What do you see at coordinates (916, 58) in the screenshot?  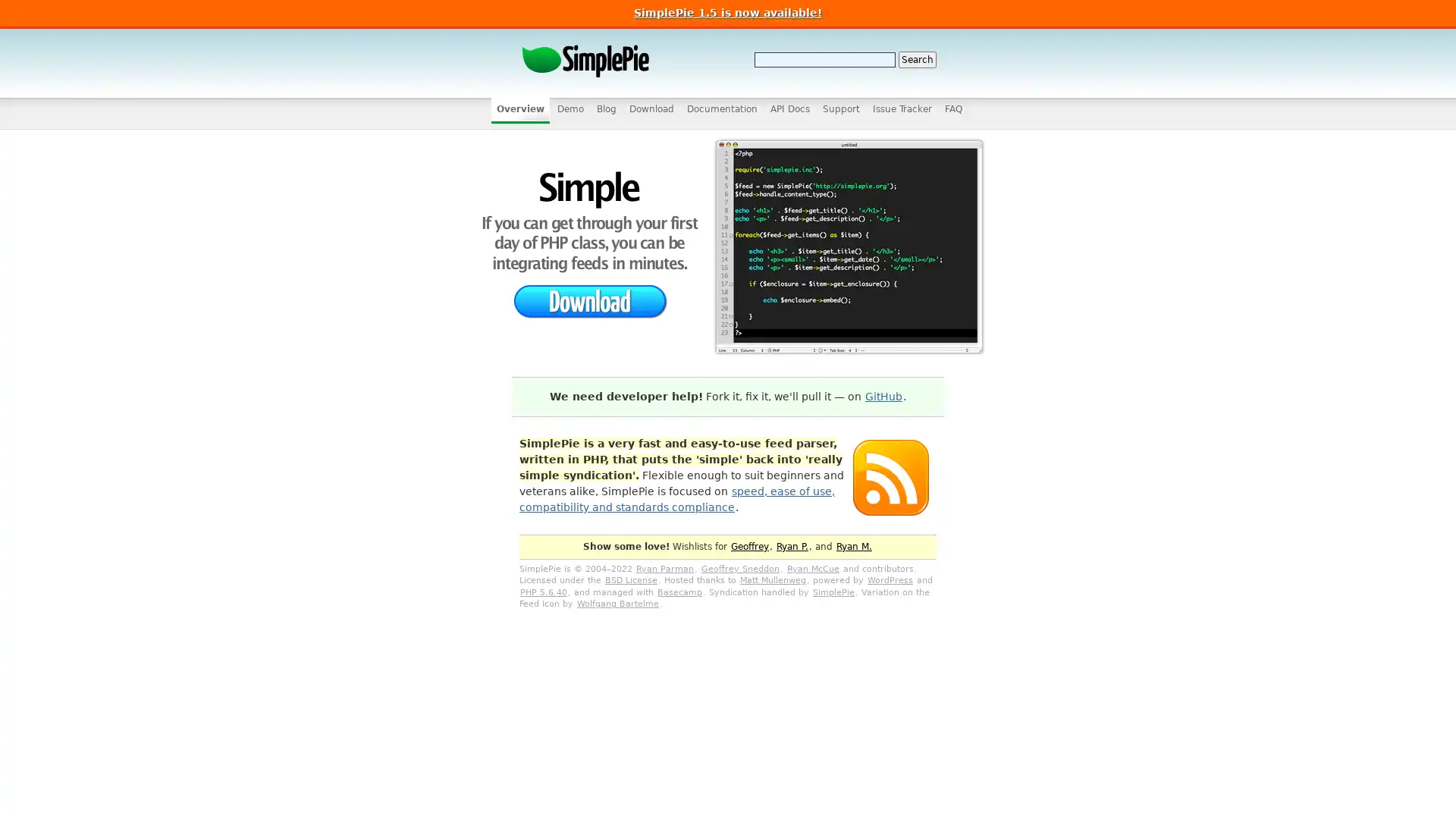 I see `Search` at bounding box center [916, 58].